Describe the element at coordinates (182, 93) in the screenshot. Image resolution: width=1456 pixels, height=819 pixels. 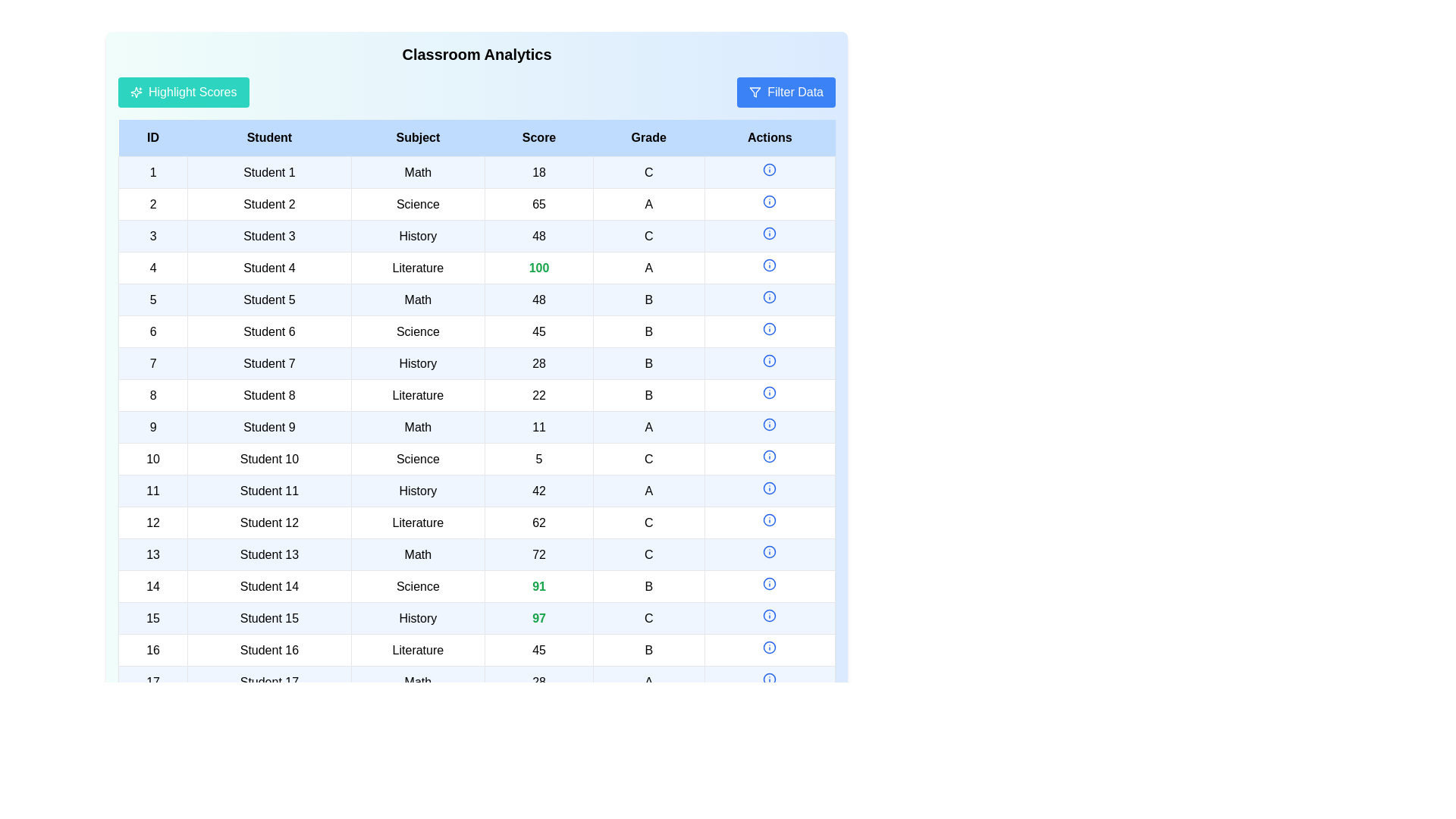
I see `'Highlight Scores' button` at that location.